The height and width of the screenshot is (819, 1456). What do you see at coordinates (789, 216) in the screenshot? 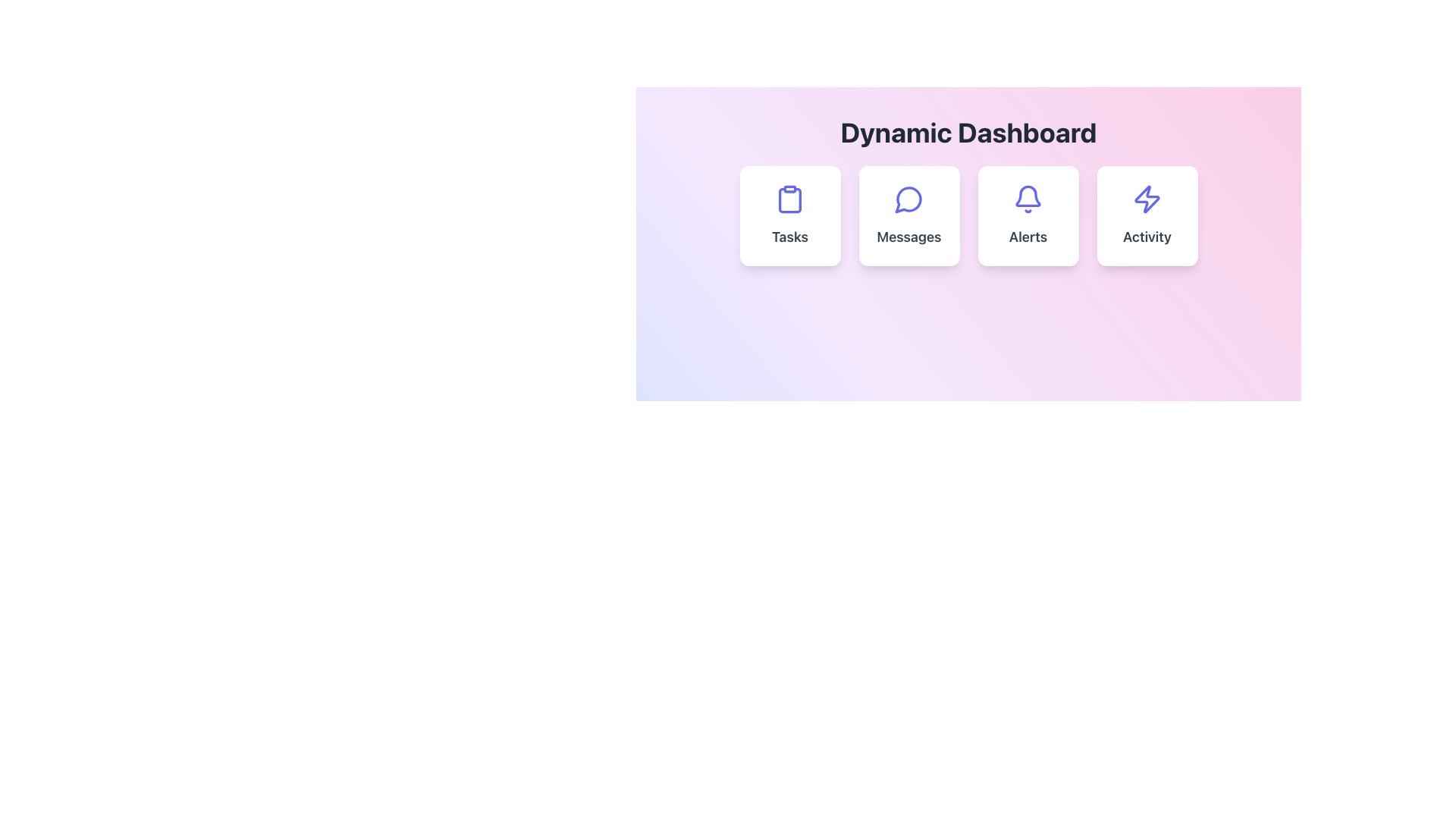
I see `the dashboard card located at the top-left corner of the grid` at bounding box center [789, 216].